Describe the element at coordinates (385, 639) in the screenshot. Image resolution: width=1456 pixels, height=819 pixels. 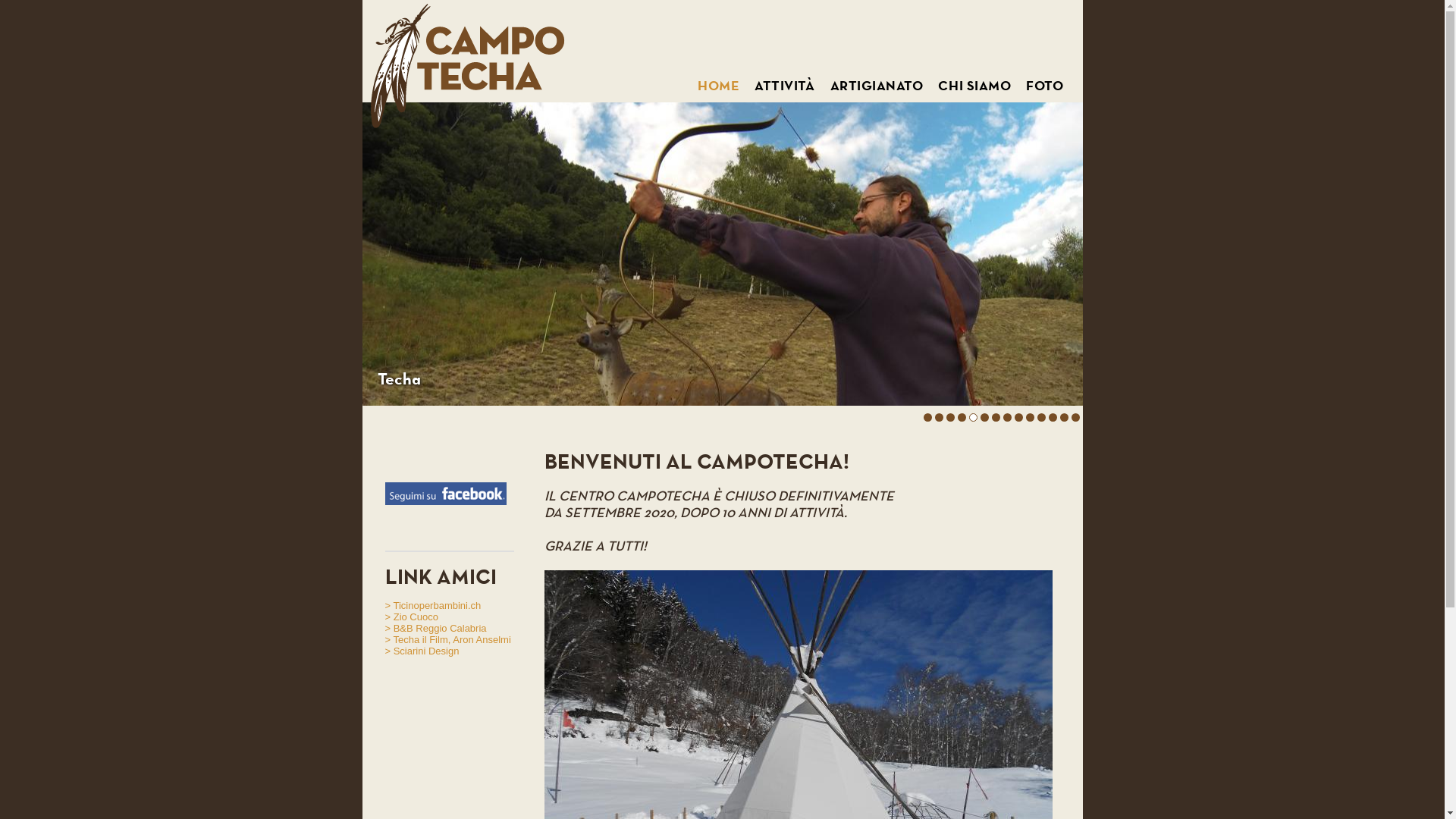
I see `'> Techa il Film, Aron Anselmi'` at that location.